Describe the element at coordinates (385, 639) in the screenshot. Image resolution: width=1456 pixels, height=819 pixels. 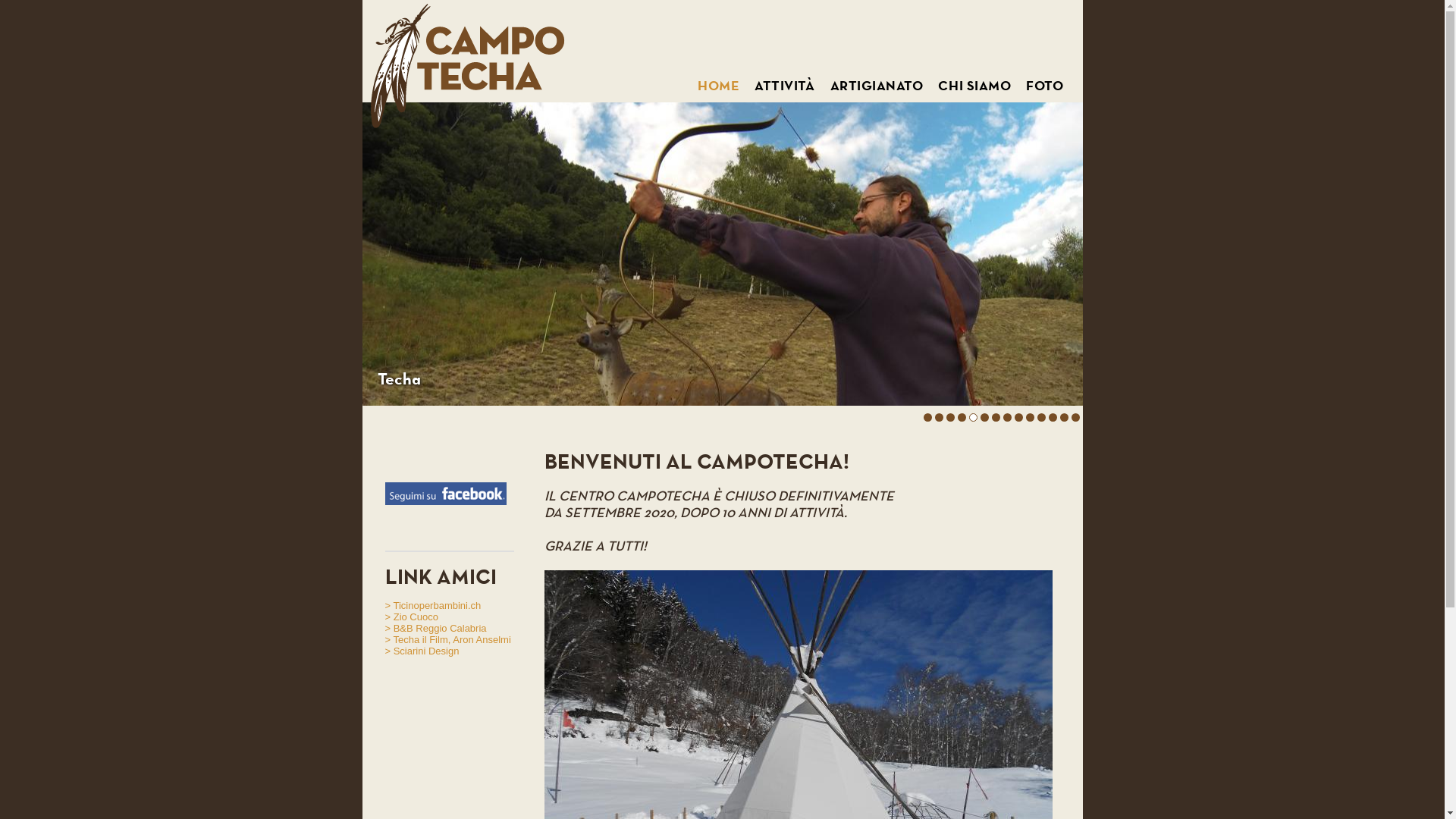
I see `'> Techa il Film, Aron Anselmi'` at that location.